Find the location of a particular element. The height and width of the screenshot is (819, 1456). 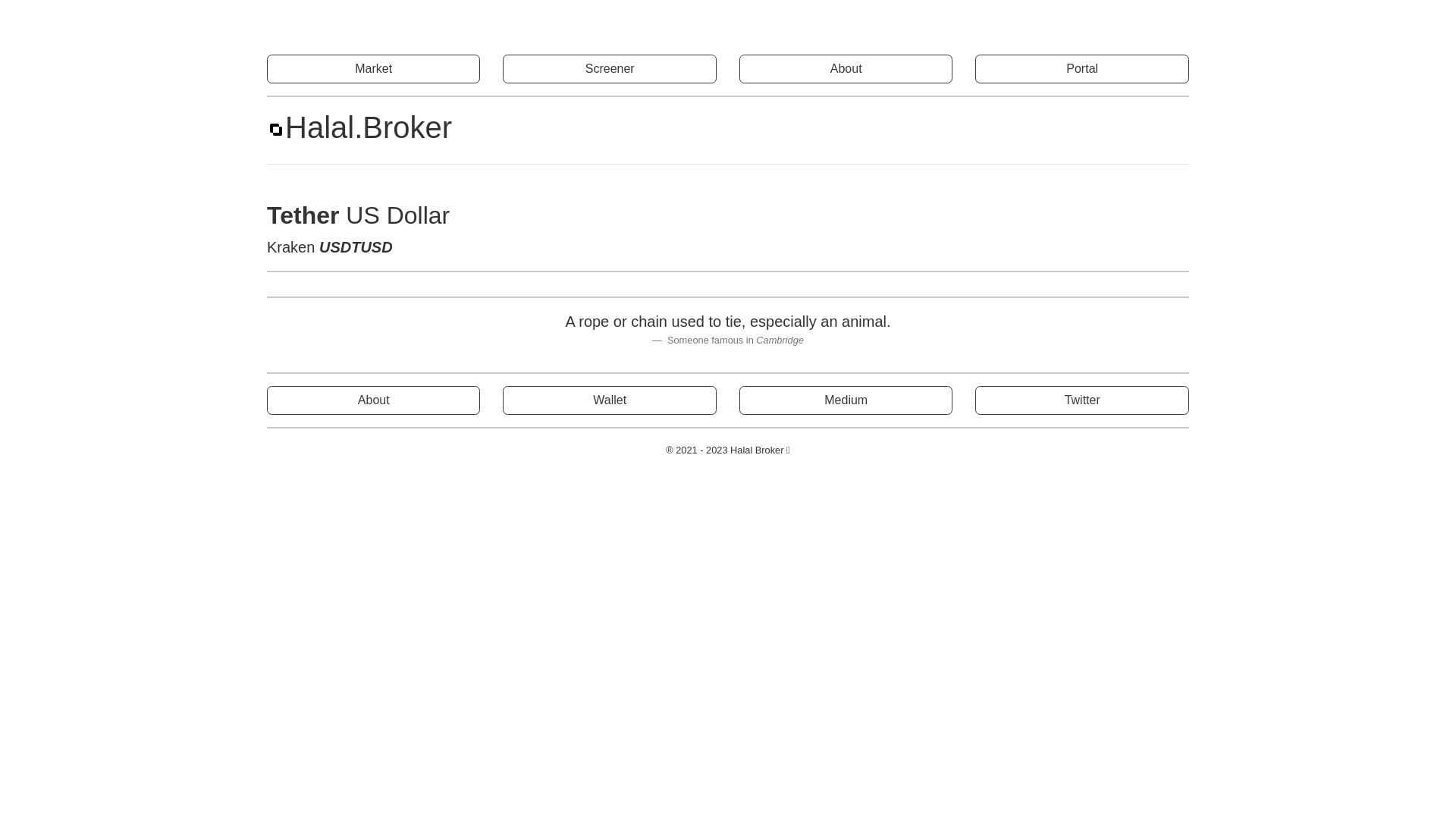

'Screener' is located at coordinates (609, 69).